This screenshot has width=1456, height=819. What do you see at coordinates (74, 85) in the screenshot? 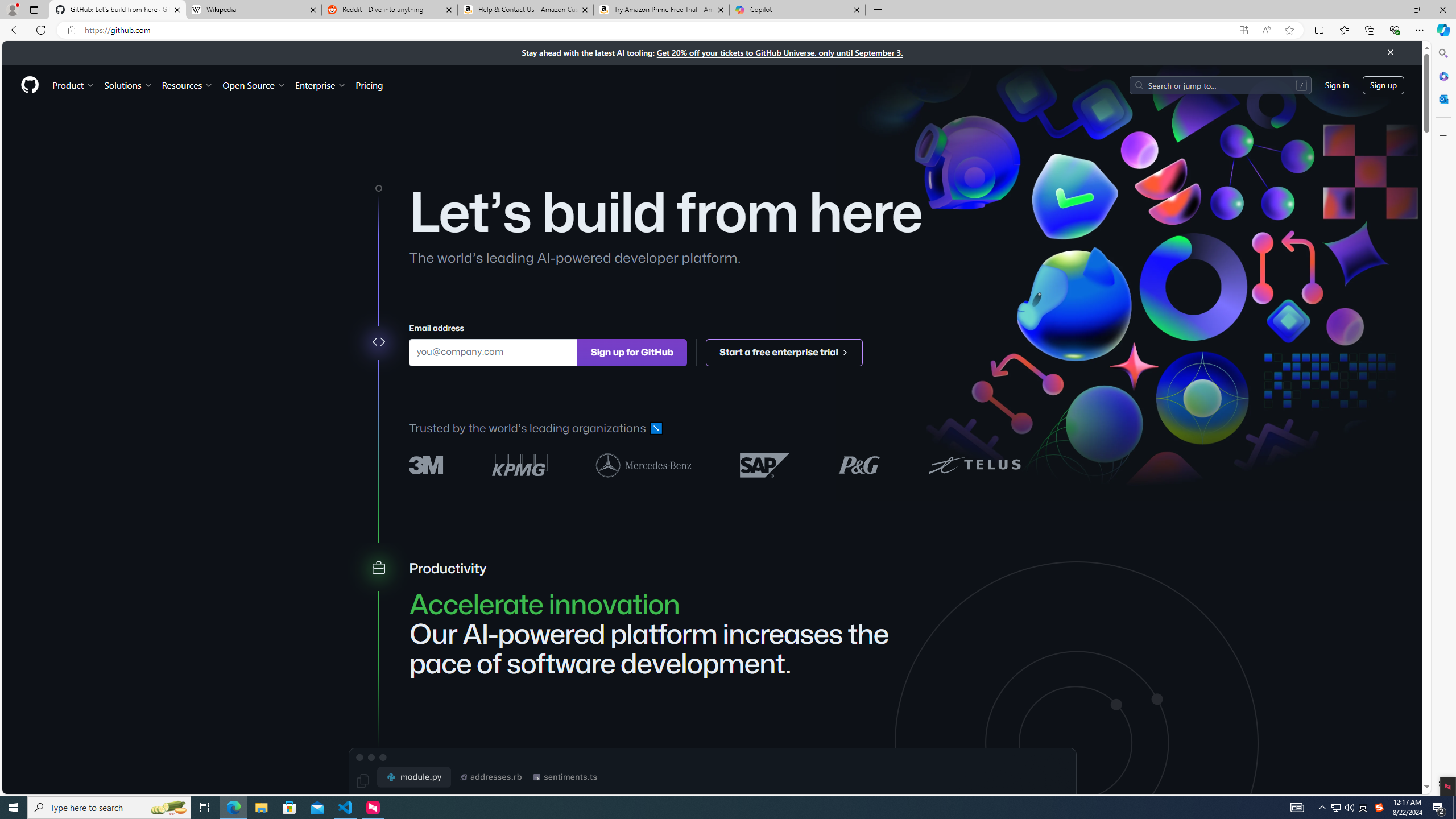
I see `'Product'` at bounding box center [74, 85].